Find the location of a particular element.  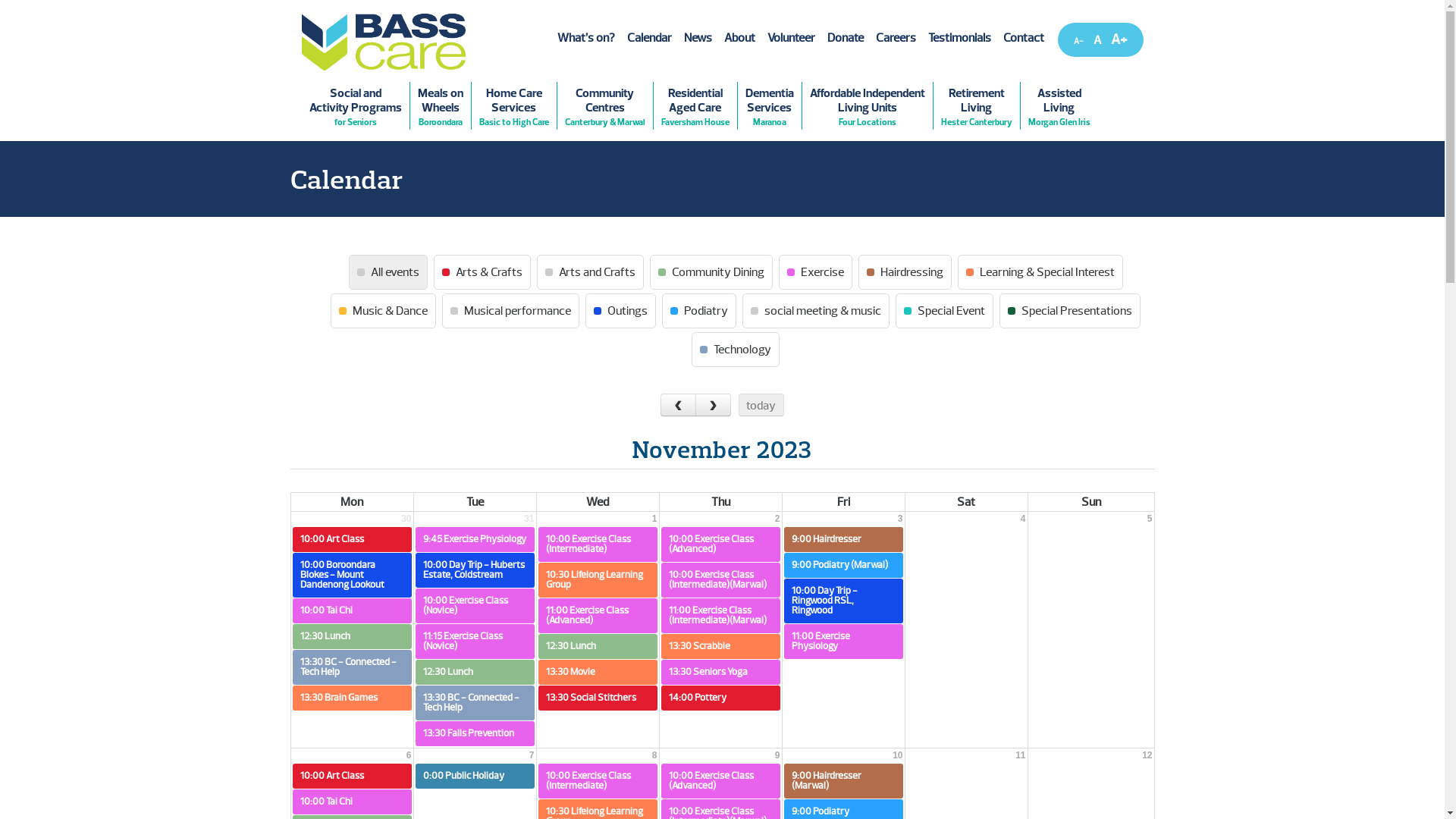

'10:00 Day Trip - Huberts Estate, Coldstream is located at coordinates (474, 570).